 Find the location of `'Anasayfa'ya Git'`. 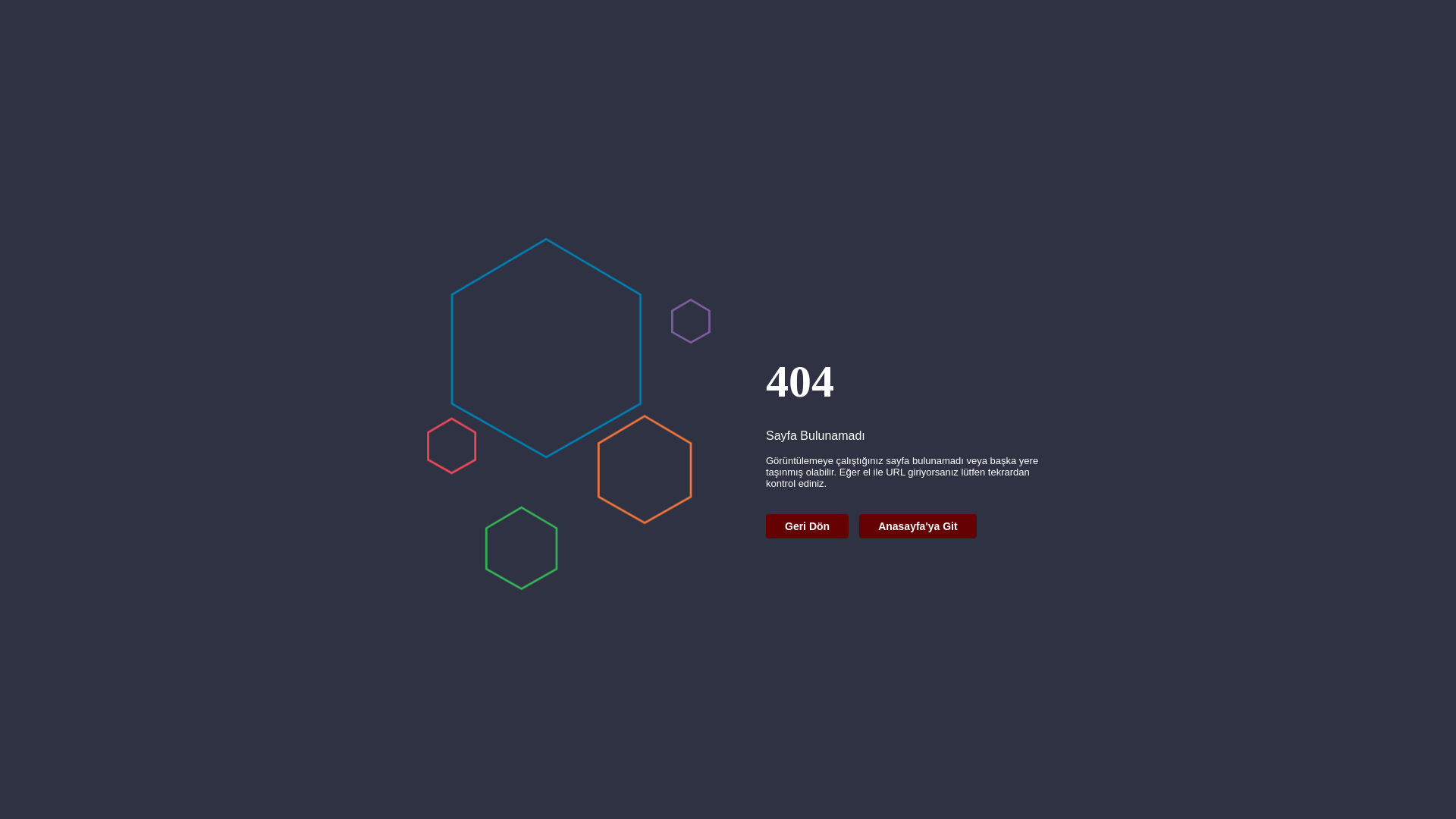

'Anasayfa'ya Git' is located at coordinates (858, 526).